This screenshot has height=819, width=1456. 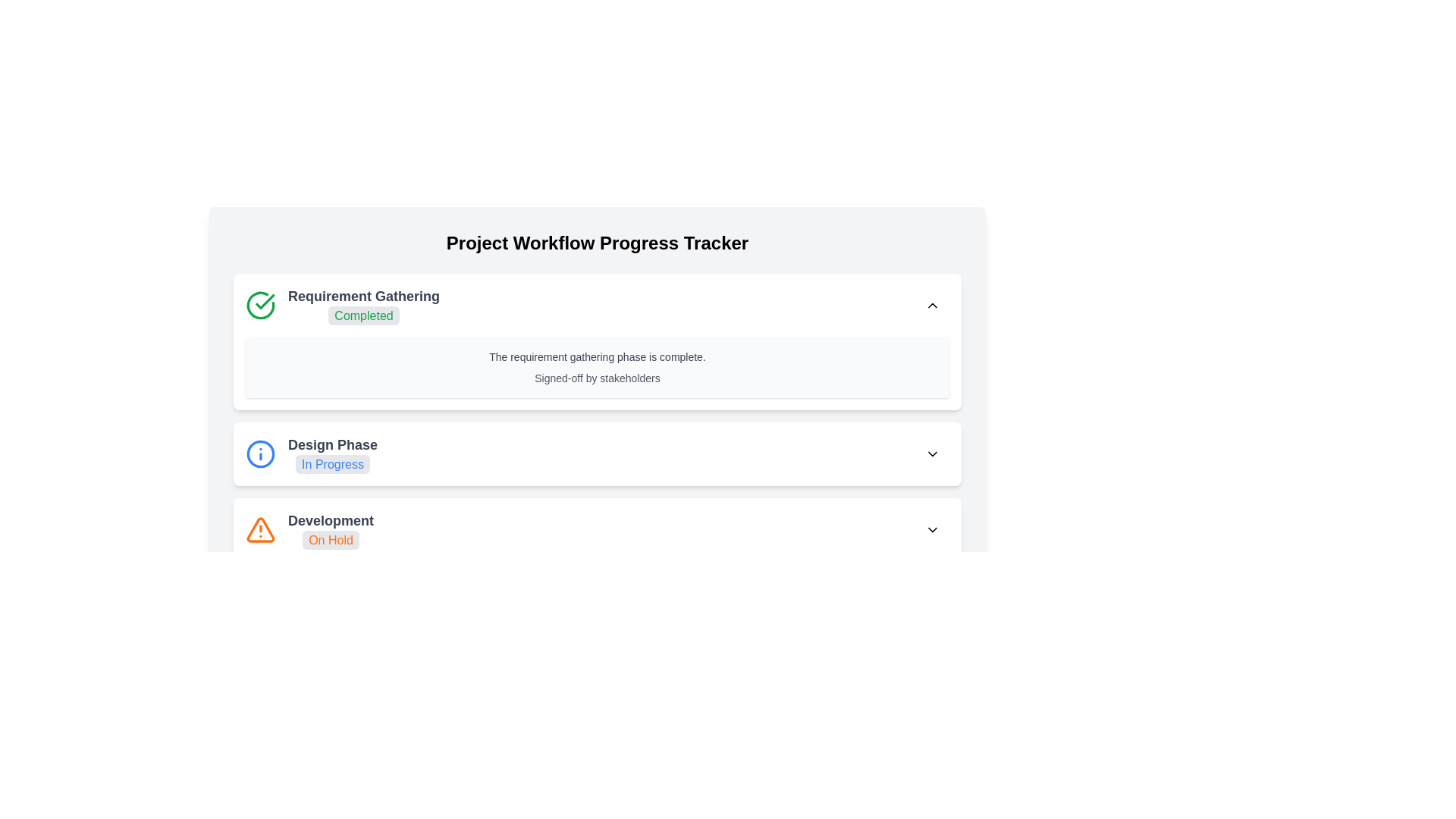 What do you see at coordinates (596, 356) in the screenshot?
I see `text displayed in the label that says 'The requirement gathering phase is complete.' which is positioned above the text 'Signed-off by stakeholders' within the 'Requirement Gathering' section` at bounding box center [596, 356].